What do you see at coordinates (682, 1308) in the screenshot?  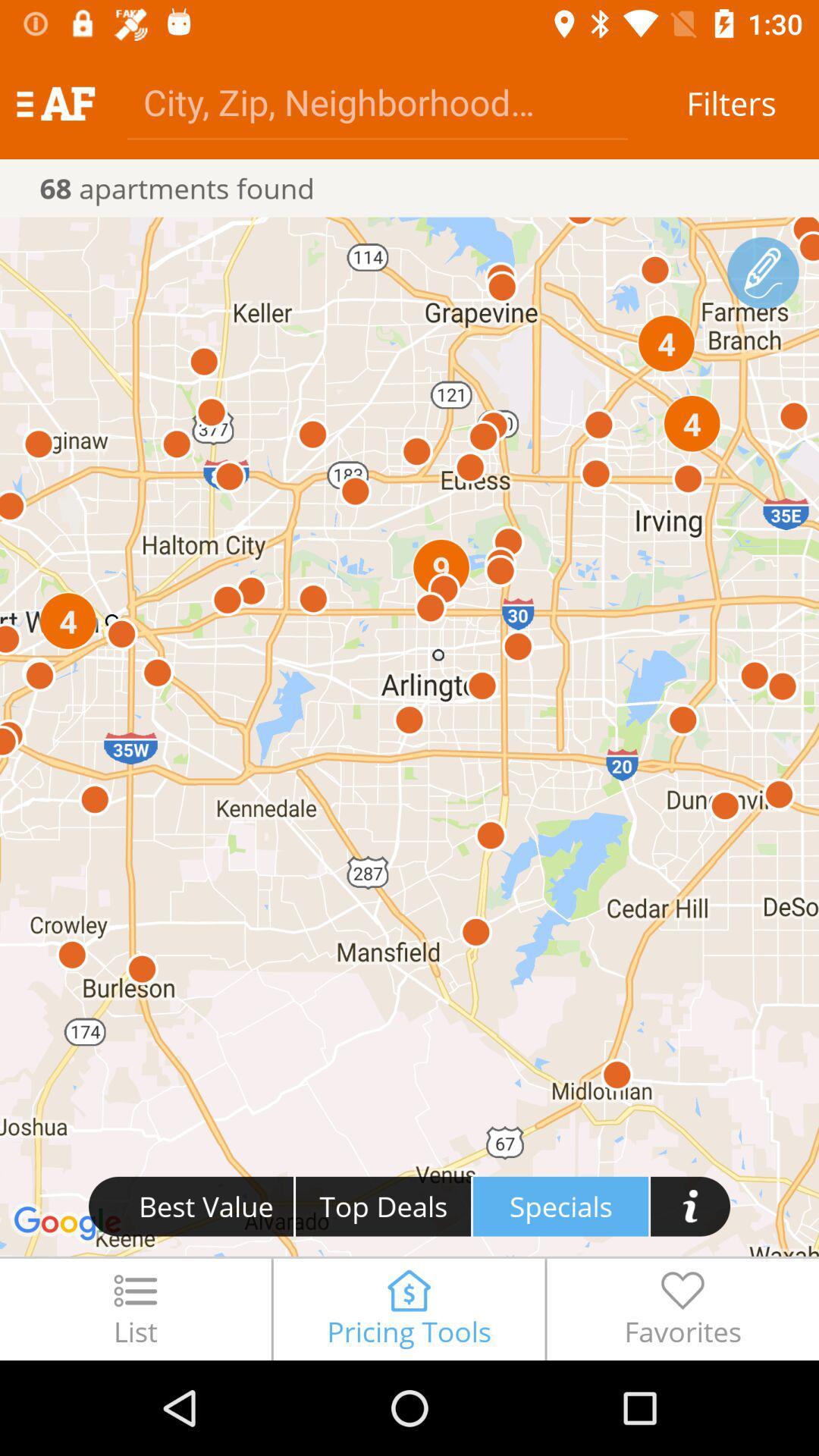 I see `favorites item` at bounding box center [682, 1308].